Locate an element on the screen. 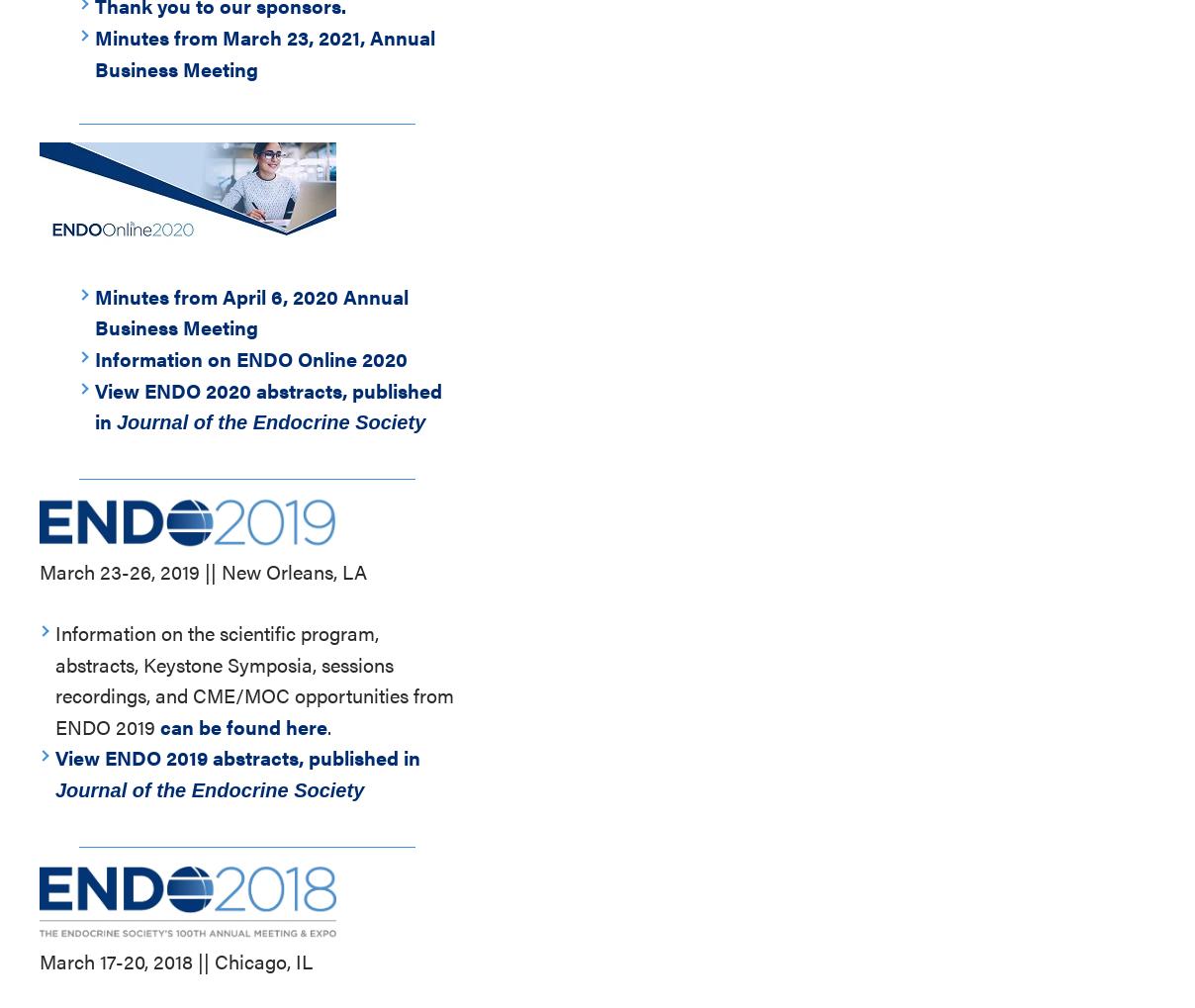  'March 17-20, 2018 || Chicago, IL' is located at coordinates (176, 960).